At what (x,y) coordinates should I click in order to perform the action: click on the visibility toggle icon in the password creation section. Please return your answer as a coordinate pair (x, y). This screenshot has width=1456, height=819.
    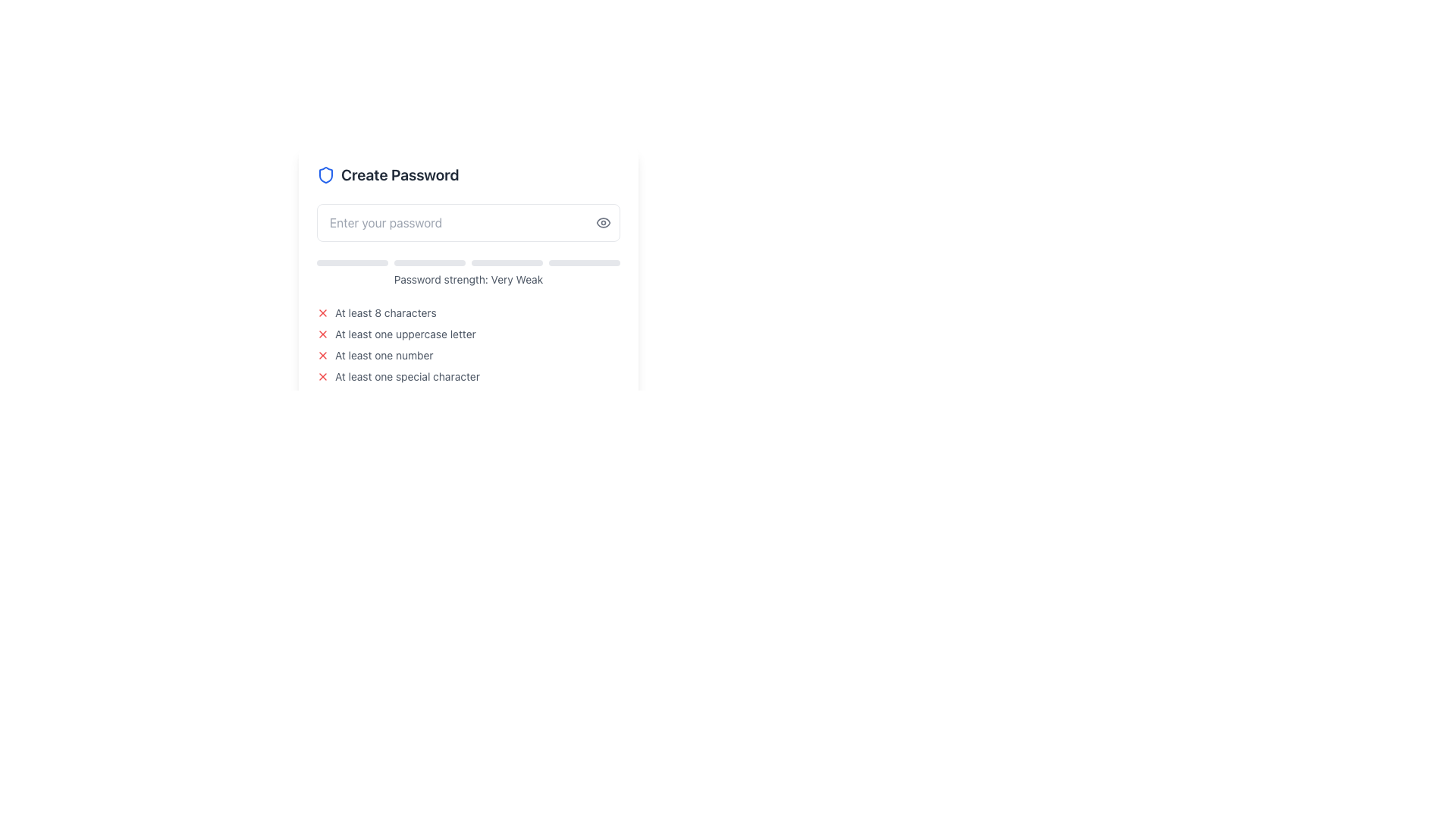
    Looking at the image, I should click on (468, 275).